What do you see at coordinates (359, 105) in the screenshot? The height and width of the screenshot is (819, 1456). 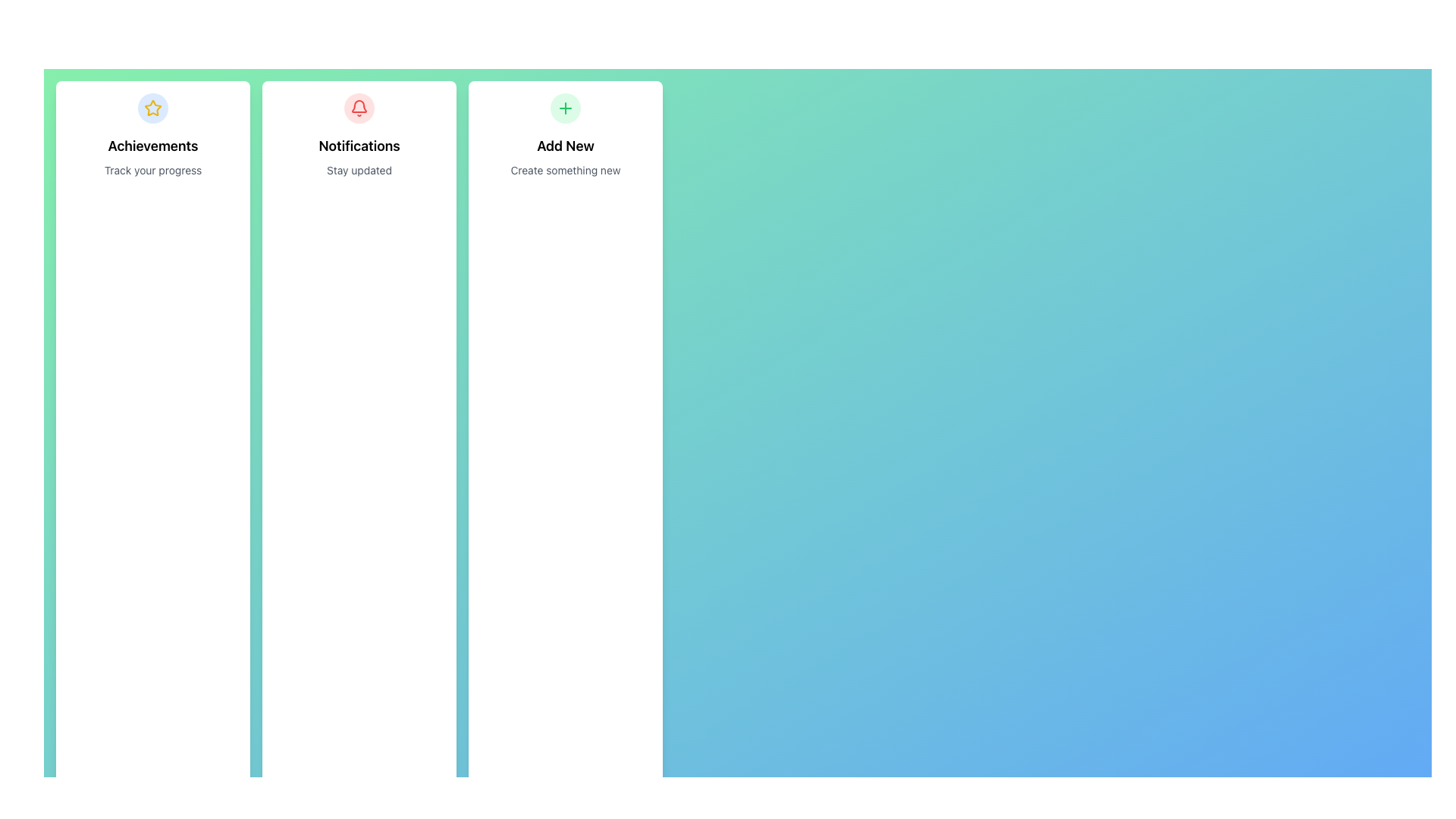 I see `the red bell icon representing notifications, which is centered within the notifications card of the interface` at bounding box center [359, 105].